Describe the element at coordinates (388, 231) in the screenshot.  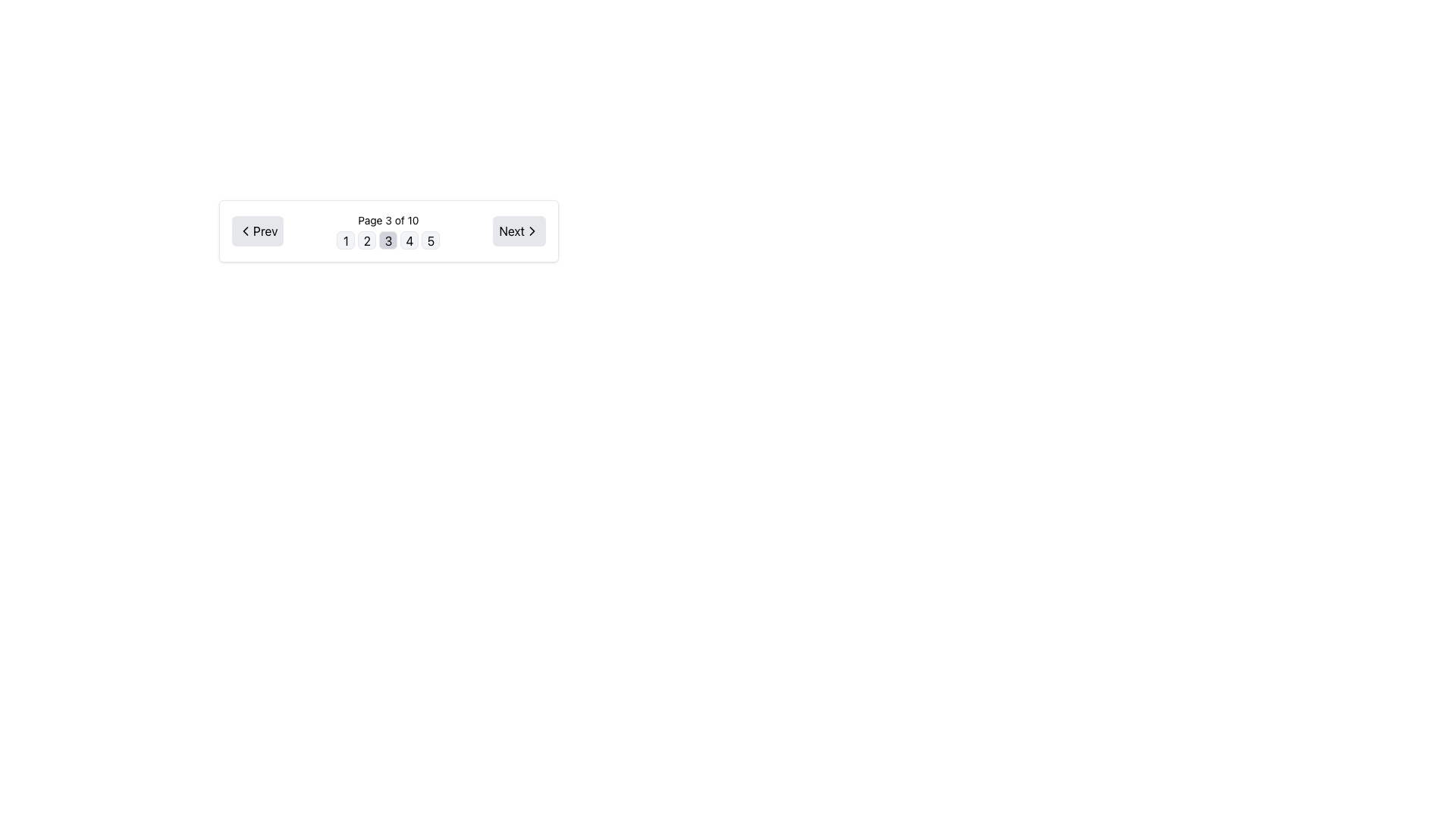
I see `the highlighted number 3 in the Pagination Control` at that location.